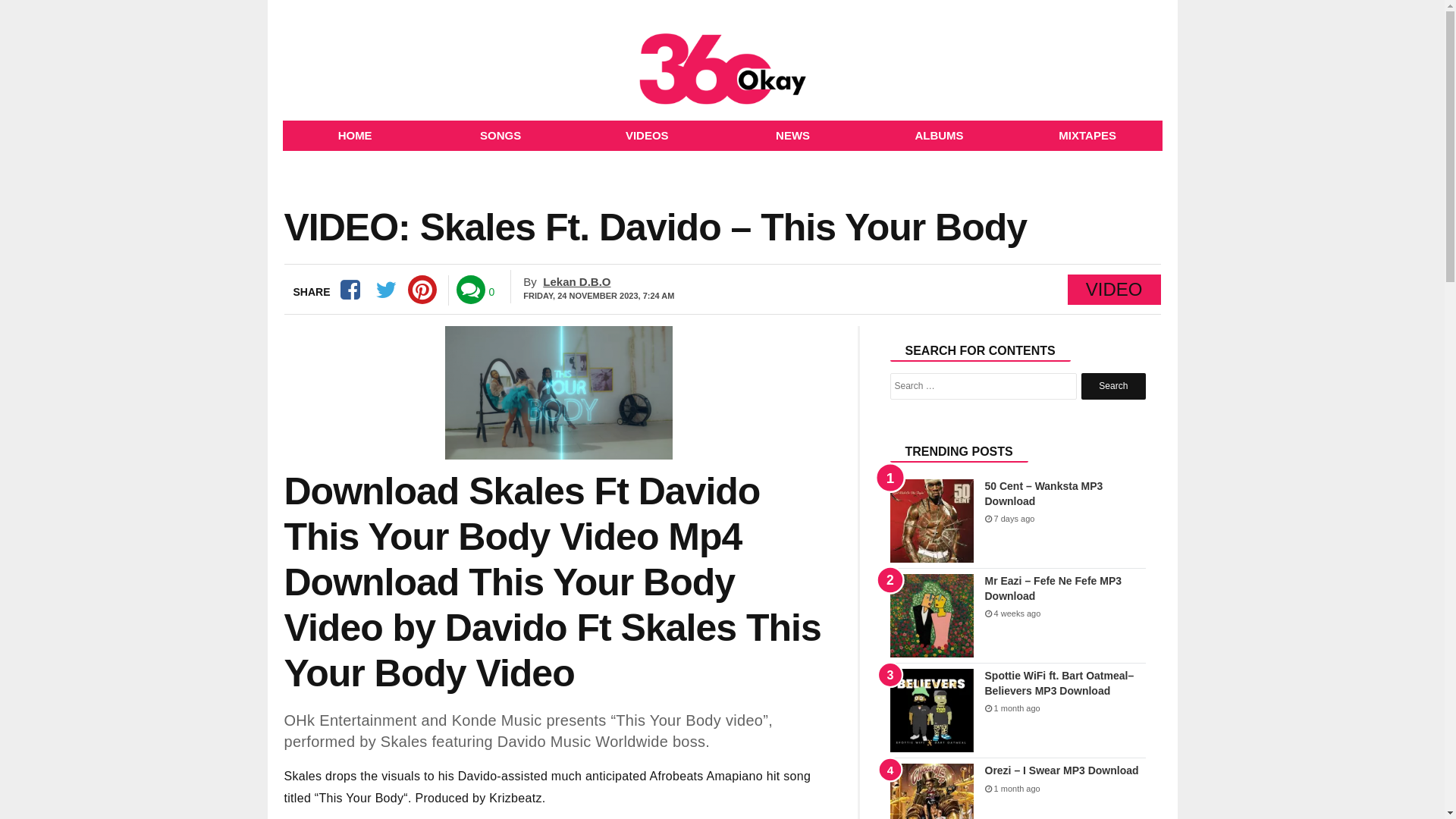 This screenshot has height=819, width=1456. Describe the element at coordinates (542, 281) in the screenshot. I see `'Lekan D.B.O'` at that location.